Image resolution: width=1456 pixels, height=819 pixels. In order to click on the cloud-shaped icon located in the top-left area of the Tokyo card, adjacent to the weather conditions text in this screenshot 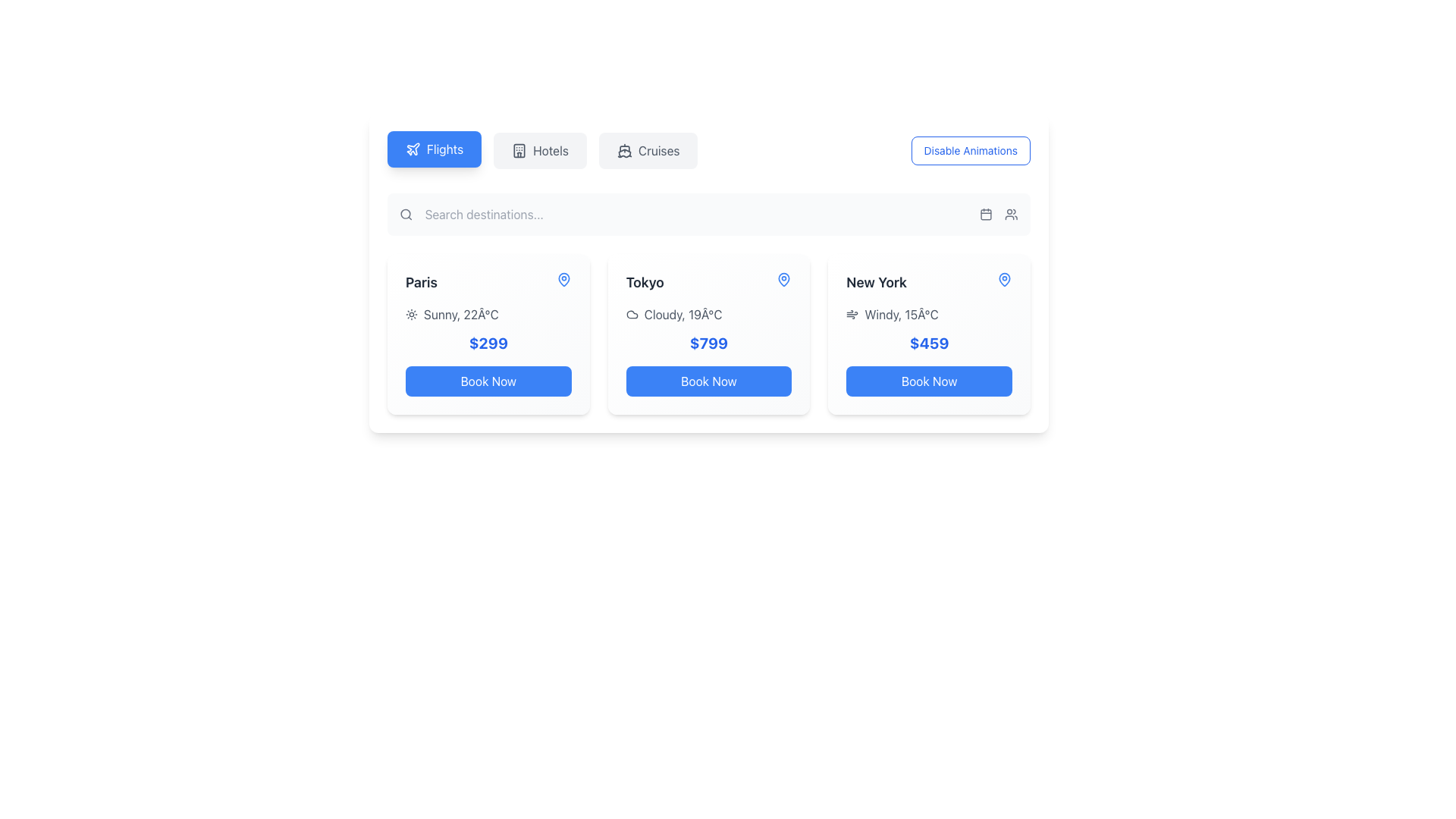, I will do `click(632, 314)`.